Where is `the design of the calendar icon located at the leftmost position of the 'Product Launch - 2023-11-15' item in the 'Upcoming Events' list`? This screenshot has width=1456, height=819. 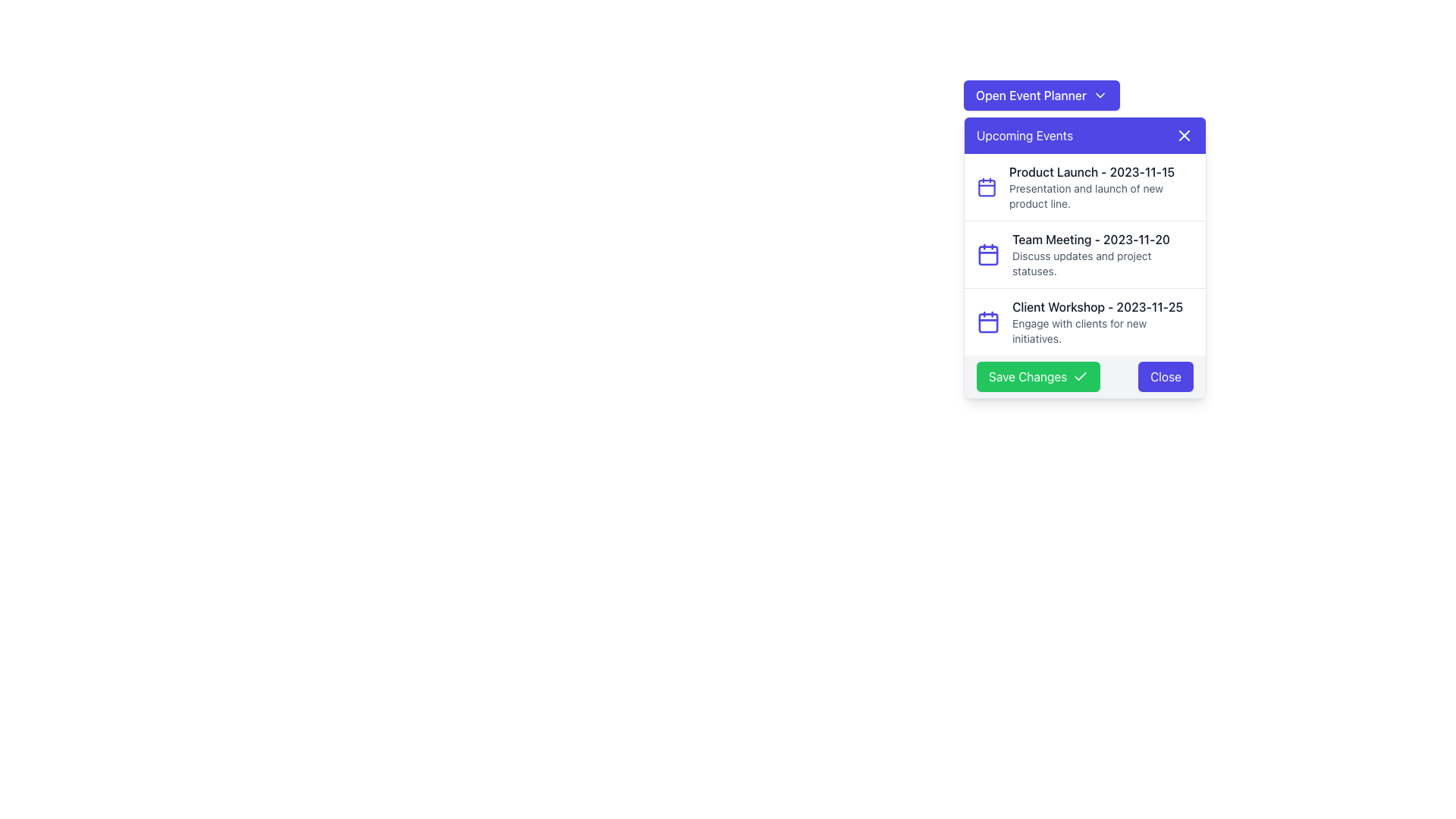 the design of the calendar icon located at the leftmost position of the 'Product Launch - 2023-11-15' item in the 'Upcoming Events' list is located at coordinates (987, 186).